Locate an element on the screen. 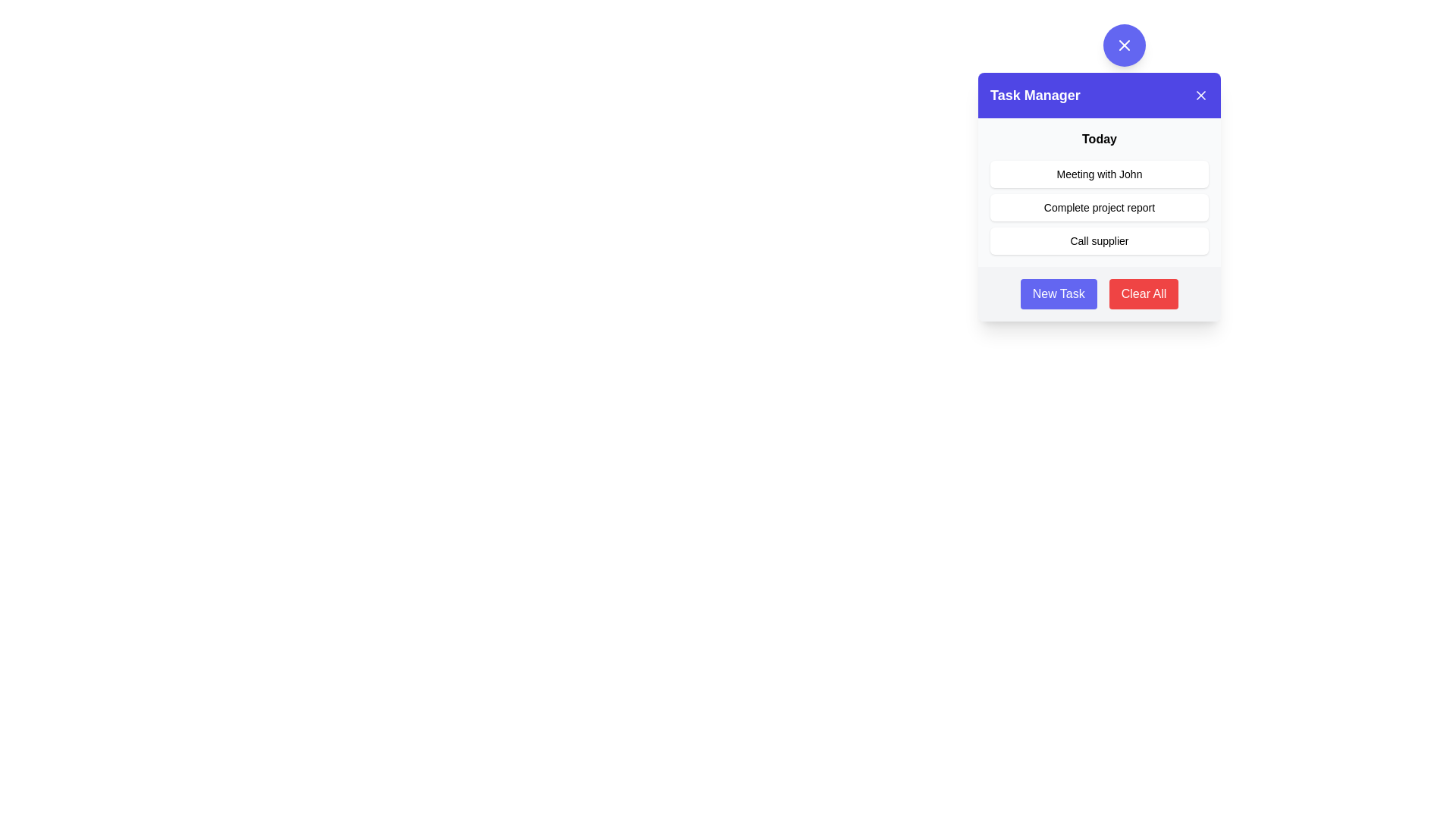 The height and width of the screenshot is (819, 1456). the 'Create New Task' button located in the lower left corner of the 'Task Manager' panel using keyboard navigation is located at coordinates (1058, 294).